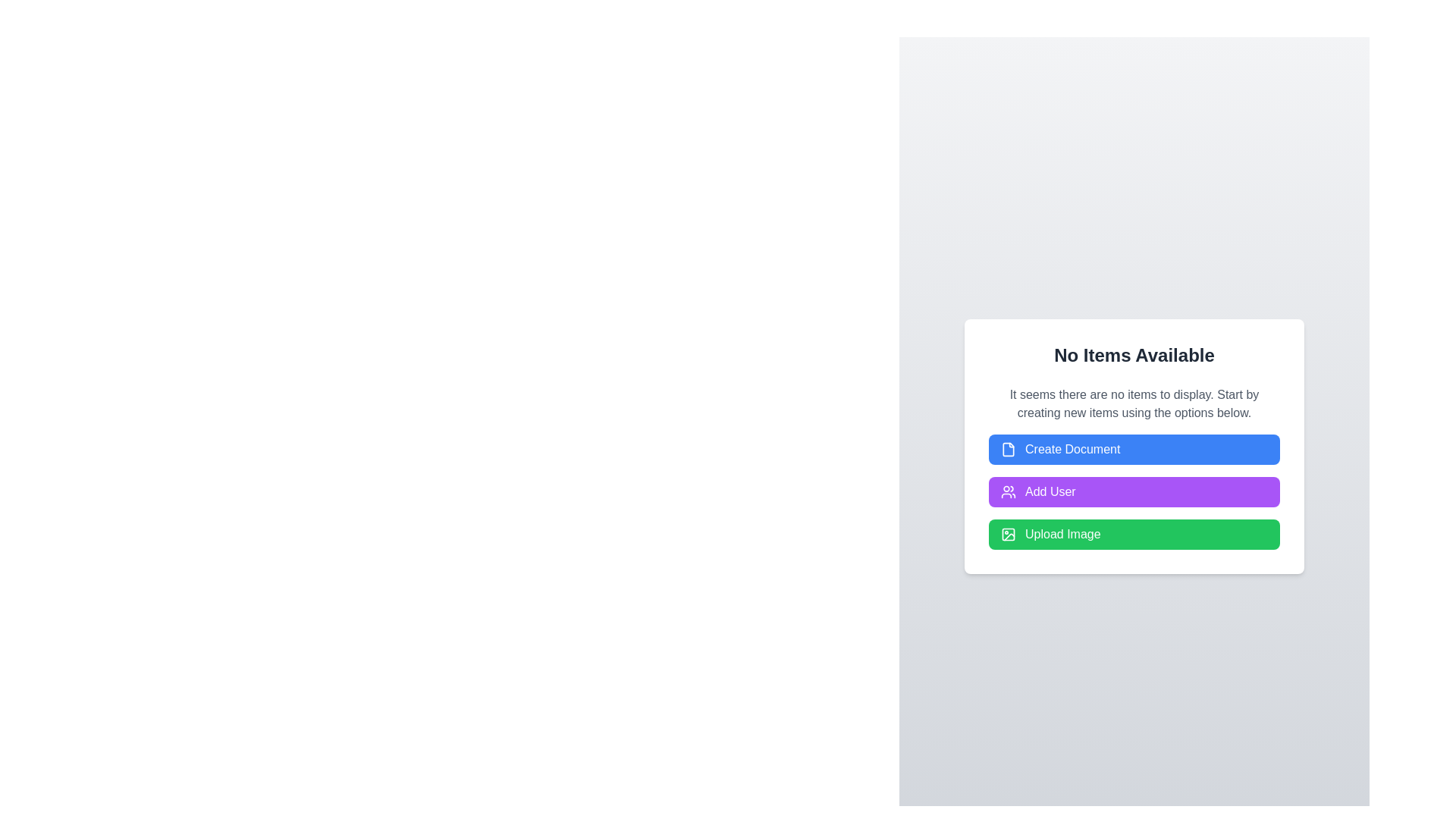 The height and width of the screenshot is (819, 1456). What do you see at coordinates (1008, 449) in the screenshot?
I see `the icon that indicates the purpose of the 'Create Document' button, which is located on the left side of the button's text label` at bounding box center [1008, 449].